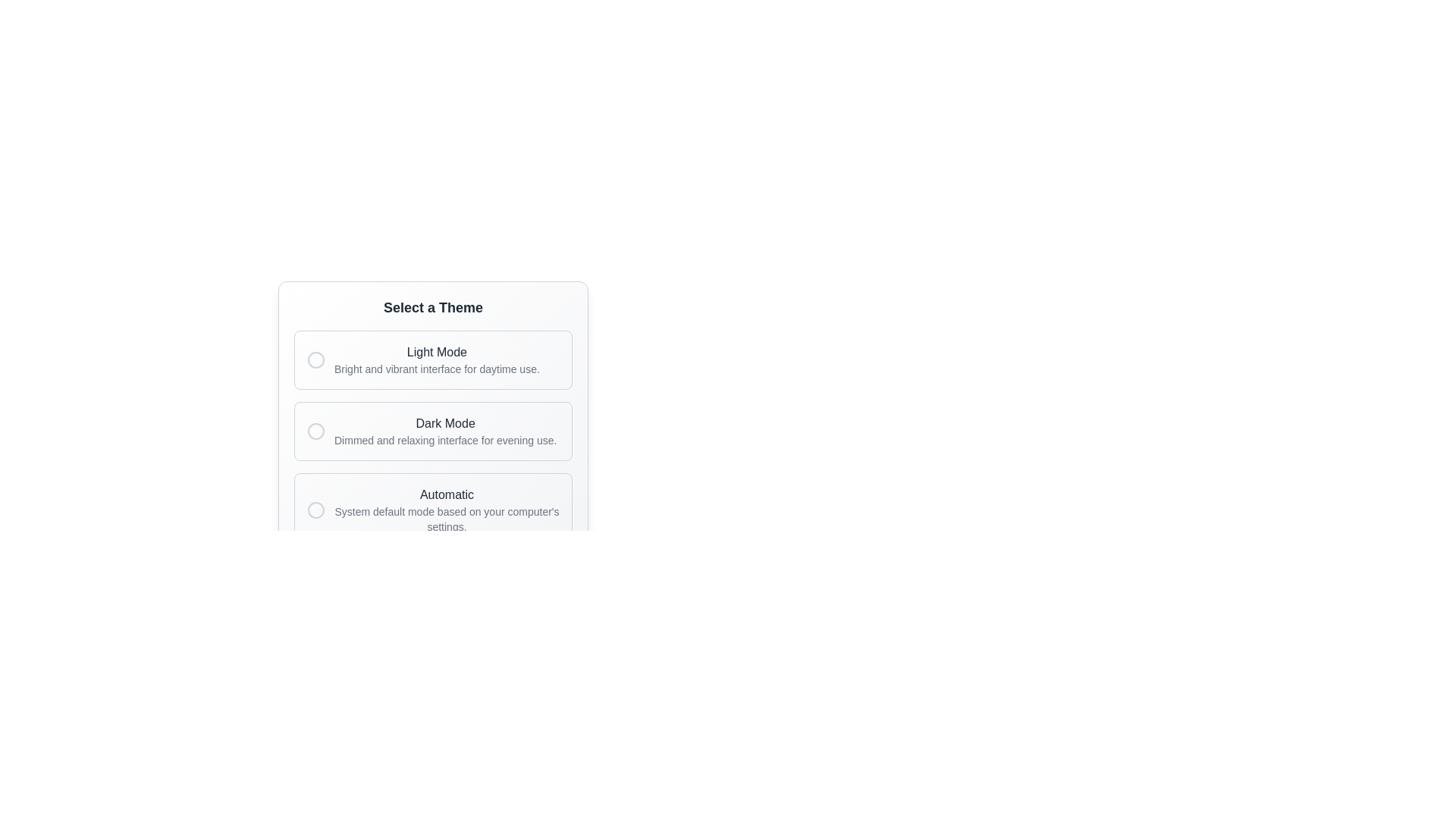  What do you see at coordinates (432, 422) in the screenshot?
I see `the Selection Panel for theme options located beneath the title 'Select a Theme' to trigger visual effects` at bounding box center [432, 422].